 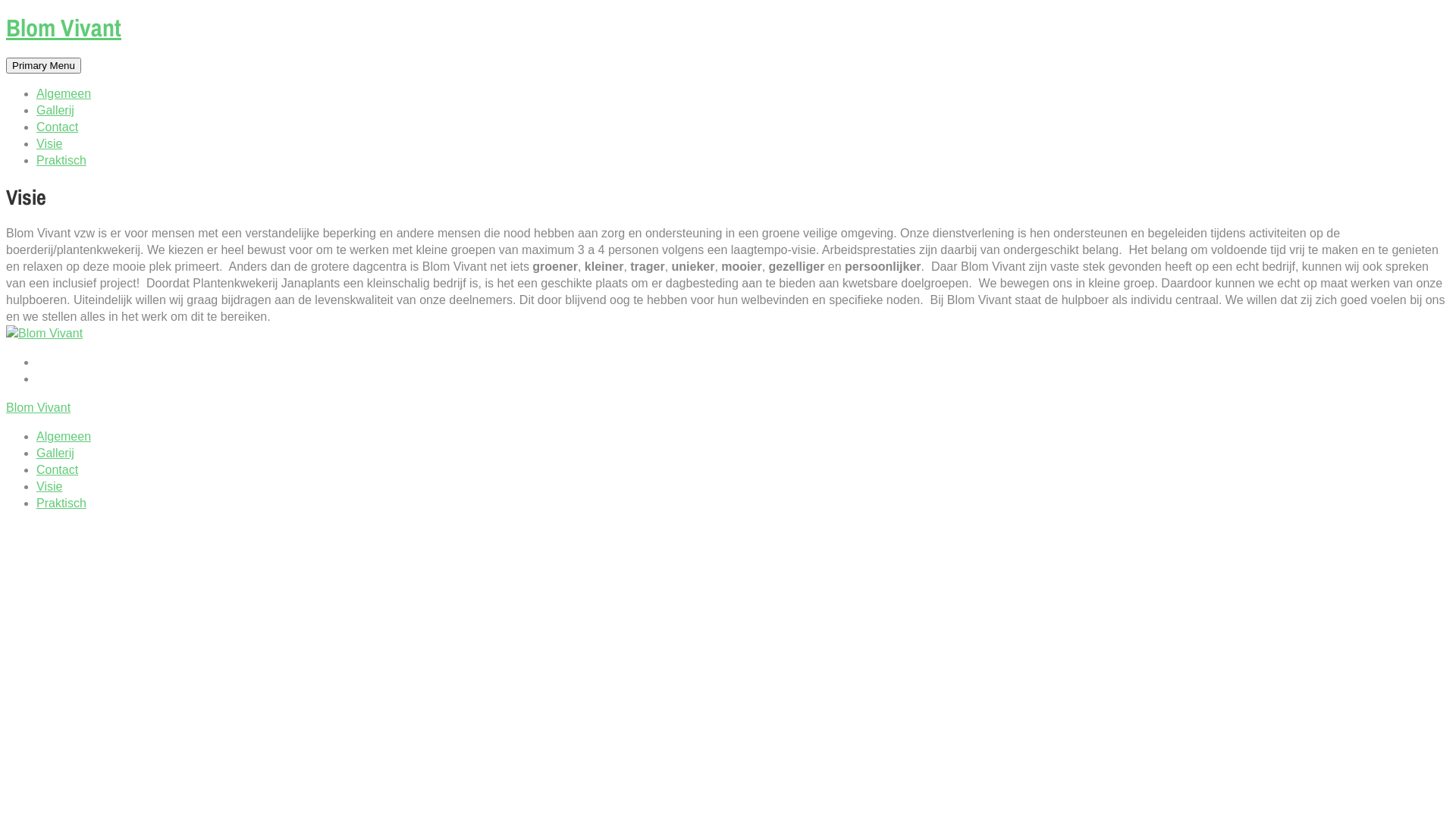 I want to click on 'Gallerij', so click(x=55, y=452).